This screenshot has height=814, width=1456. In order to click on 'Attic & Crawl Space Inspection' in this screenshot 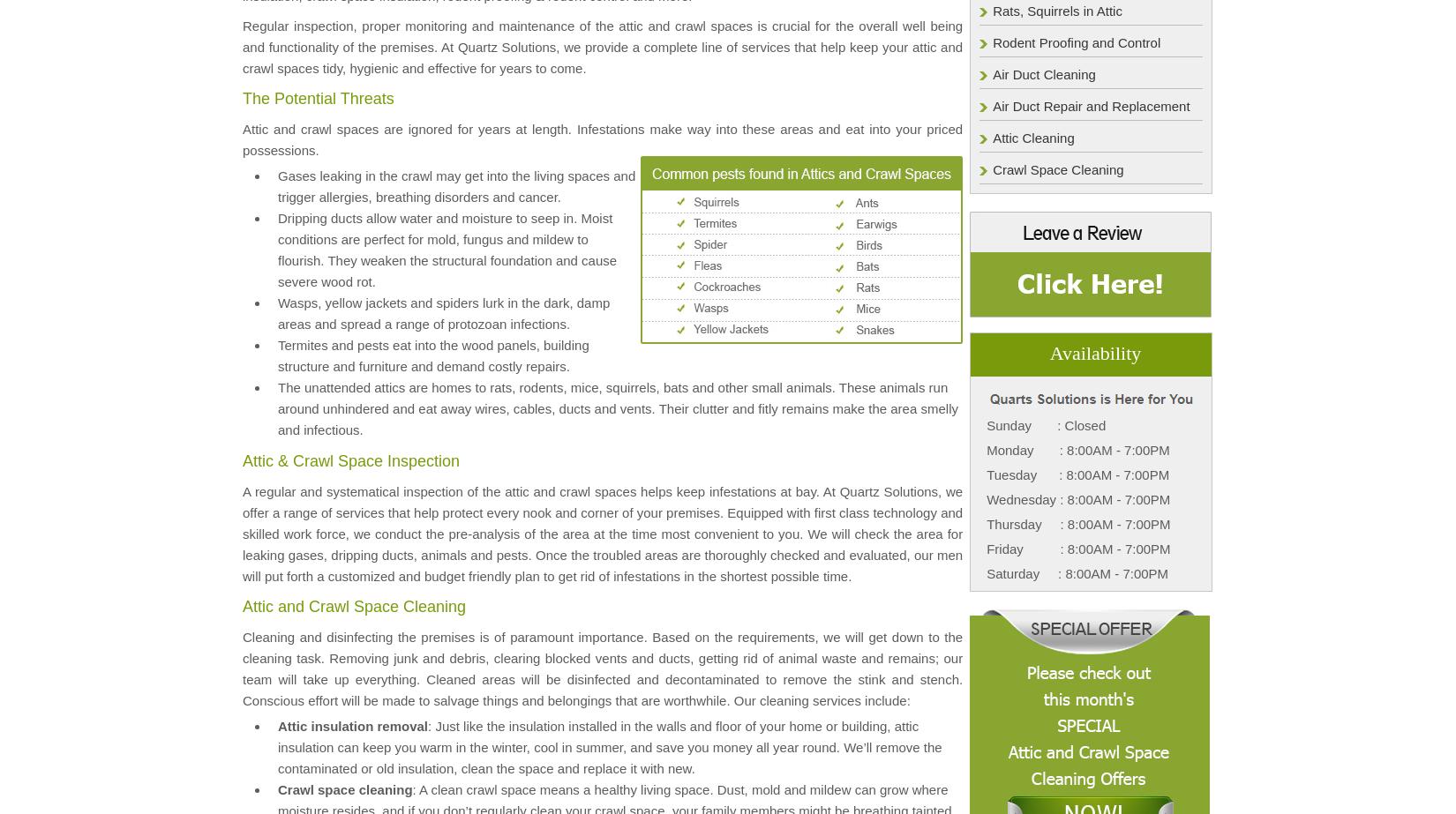, I will do `click(350, 459)`.